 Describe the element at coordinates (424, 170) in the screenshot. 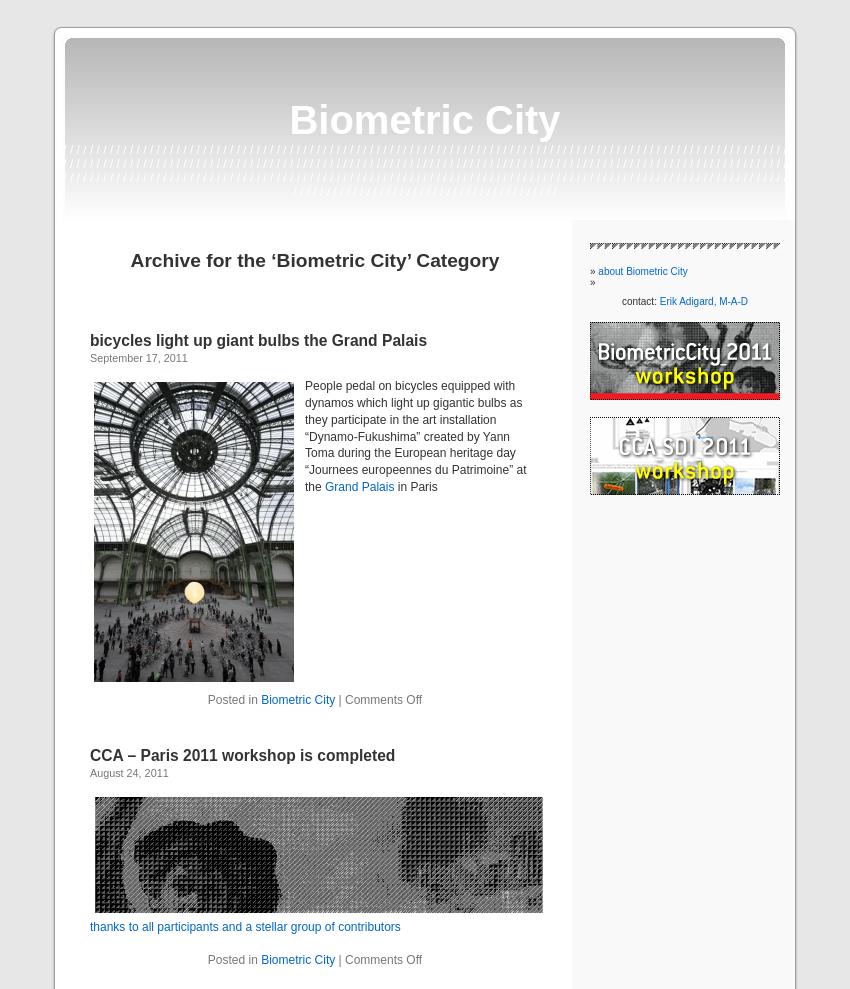

I see `'/ / / / / / / / / / / / / / / / / / / / / / / / / / / / / / / / / / / / / / / / / / / / / / / / / / / / / / / / / / / / / / / / / / / / / / / / / / / / / / / / / / / / / / / / / / / / / / / / / / / / / / / / / / / / / / / / / / / / / / / / / / / / / / / / / / / / / / / / / / / / / / / / / / / / / / / / / / / / / / / / / / / / / / / / / / / / / / / / / / / / / / / / / / / / / / / / / / / / / / / / / / / / / / / / / / / / / / / / / / / / / / / / / / / / / / / / / / / / / / / / / / / / / / / / / / / / / / / / / / / / / / / / / / / / / / / / / / / / / / / / / / / / / / / / / / / / / / / / / / / / / / / / / / / / / / / / / / / / / / / / / / / / / / / / / / / / / / / / / / / / / / / / / / / / / / / / / / / / / / / / / / / / / / / / / / / / /'` at that location.